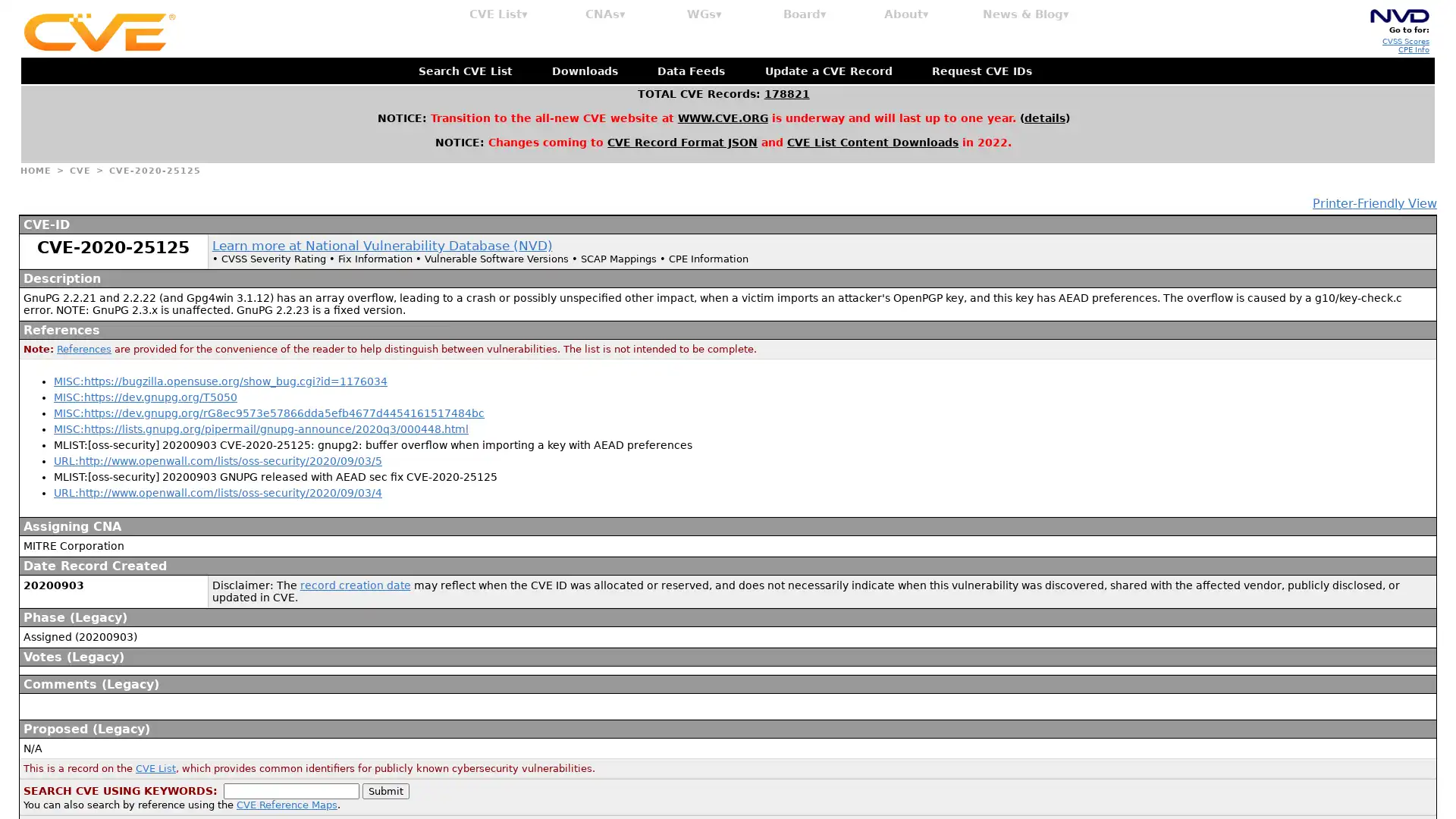 Image resolution: width=1456 pixels, height=819 pixels. I want to click on Board, so click(804, 14).